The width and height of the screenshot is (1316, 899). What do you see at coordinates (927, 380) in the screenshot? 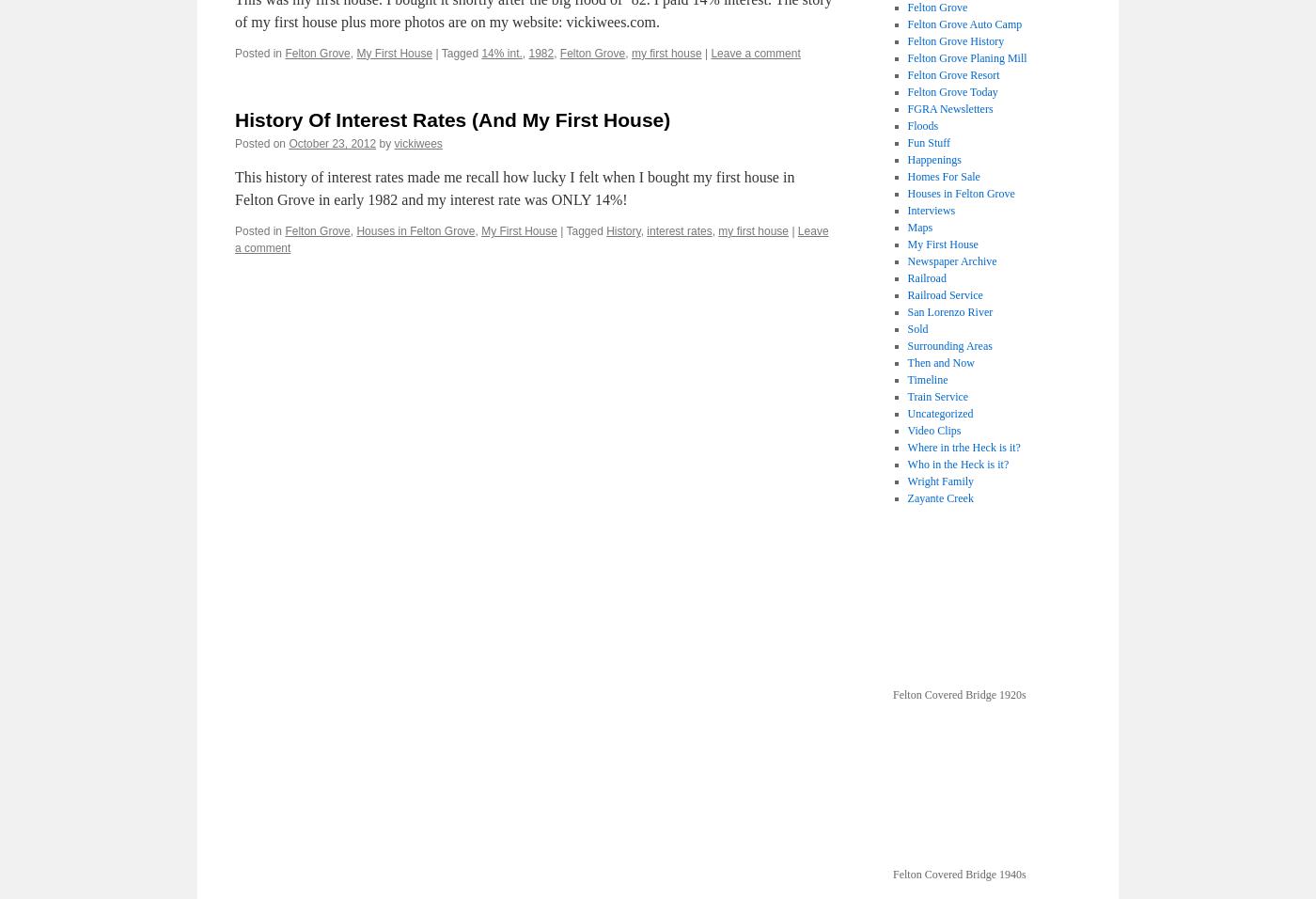
I see `'Timeline'` at bounding box center [927, 380].